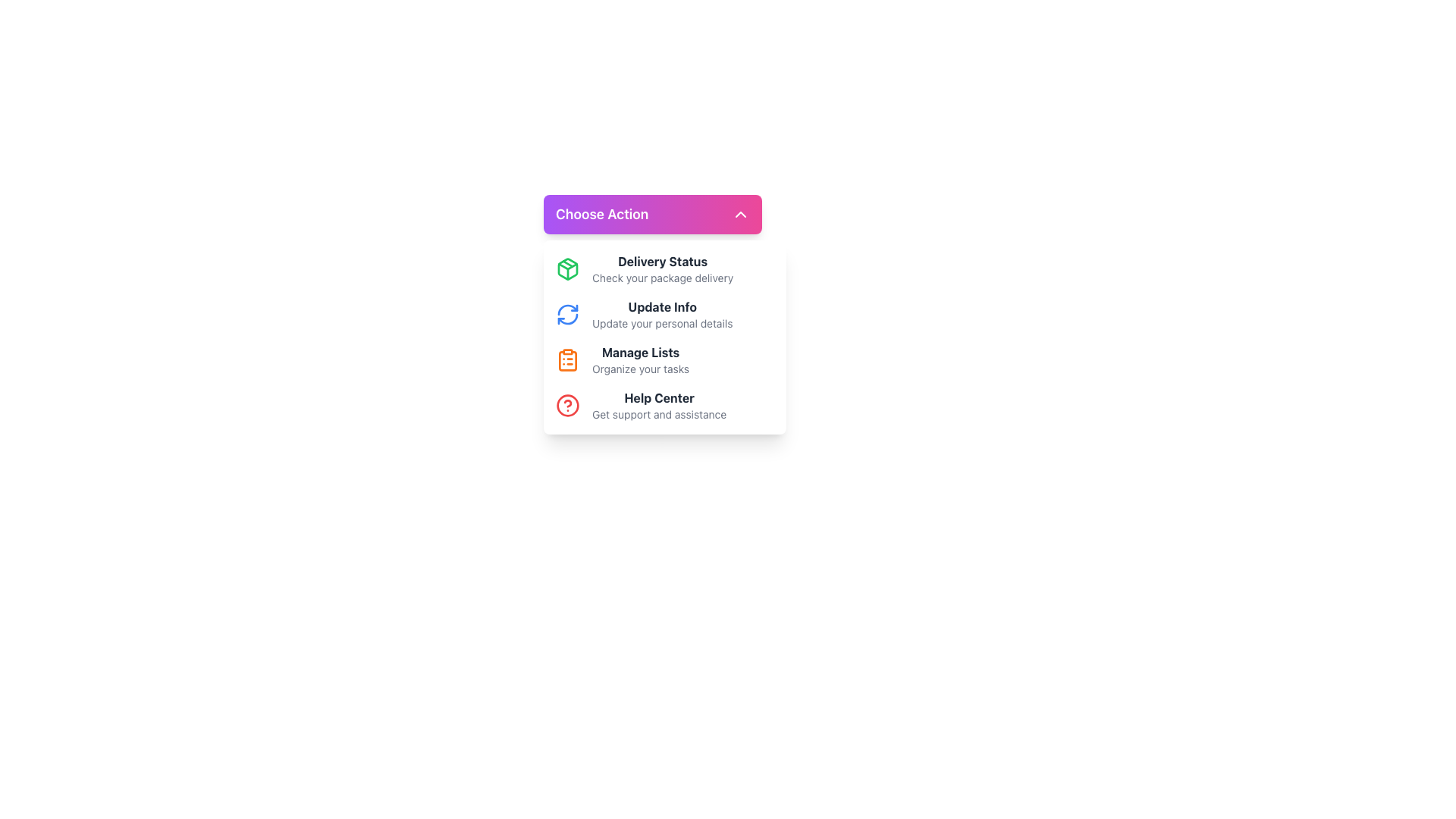 This screenshot has height=819, width=1456. Describe the element at coordinates (566, 359) in the screenshot. I see `the vibrant orange clipboard icon with a list design, which is positioned in the 'Manage Lists' section, to the left of the 'Manage Lists' text` at that location.